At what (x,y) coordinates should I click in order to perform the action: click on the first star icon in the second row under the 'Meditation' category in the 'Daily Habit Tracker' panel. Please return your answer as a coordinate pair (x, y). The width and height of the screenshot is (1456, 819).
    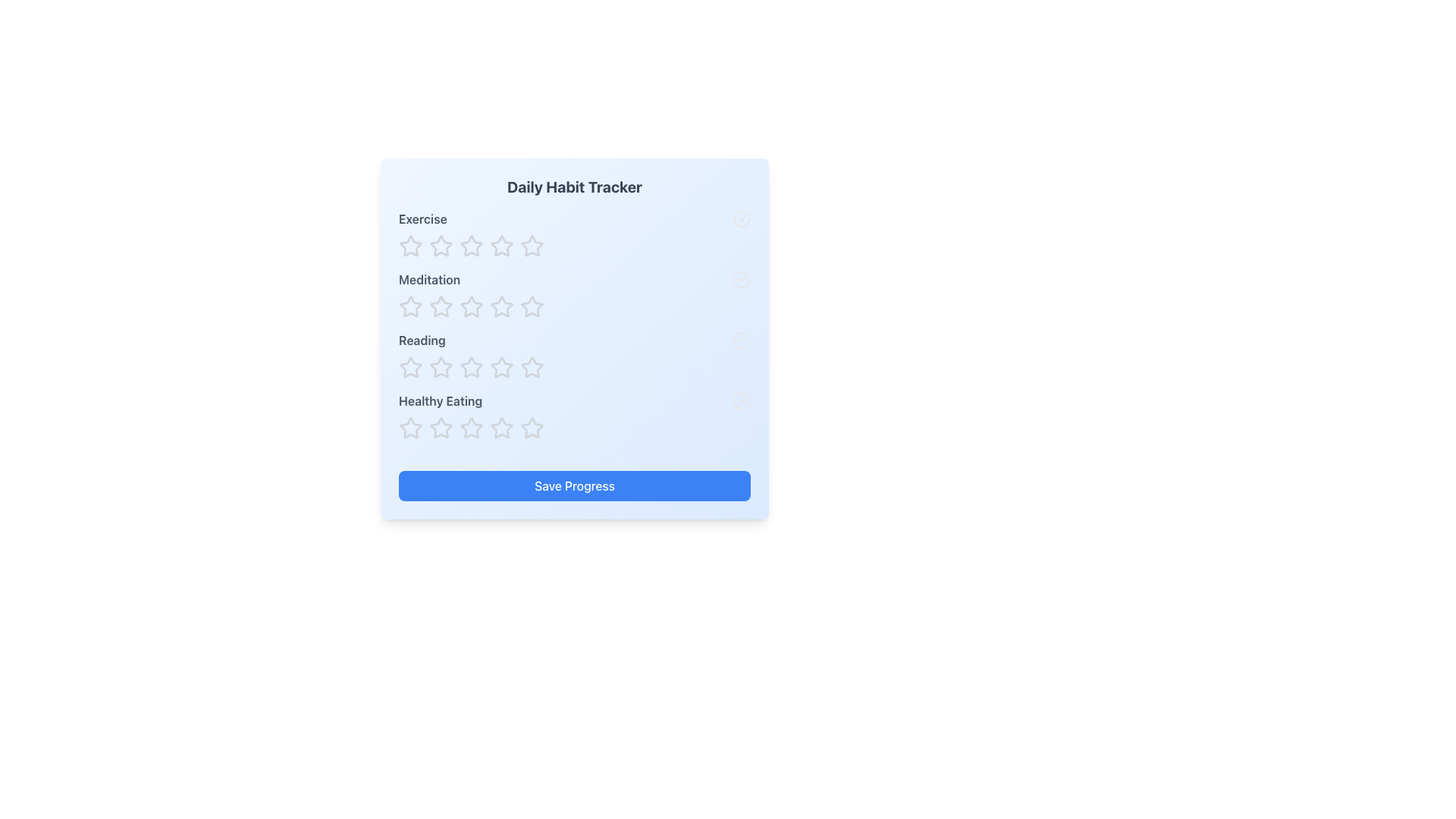
    Looking at the image, I should click on (440, 306).